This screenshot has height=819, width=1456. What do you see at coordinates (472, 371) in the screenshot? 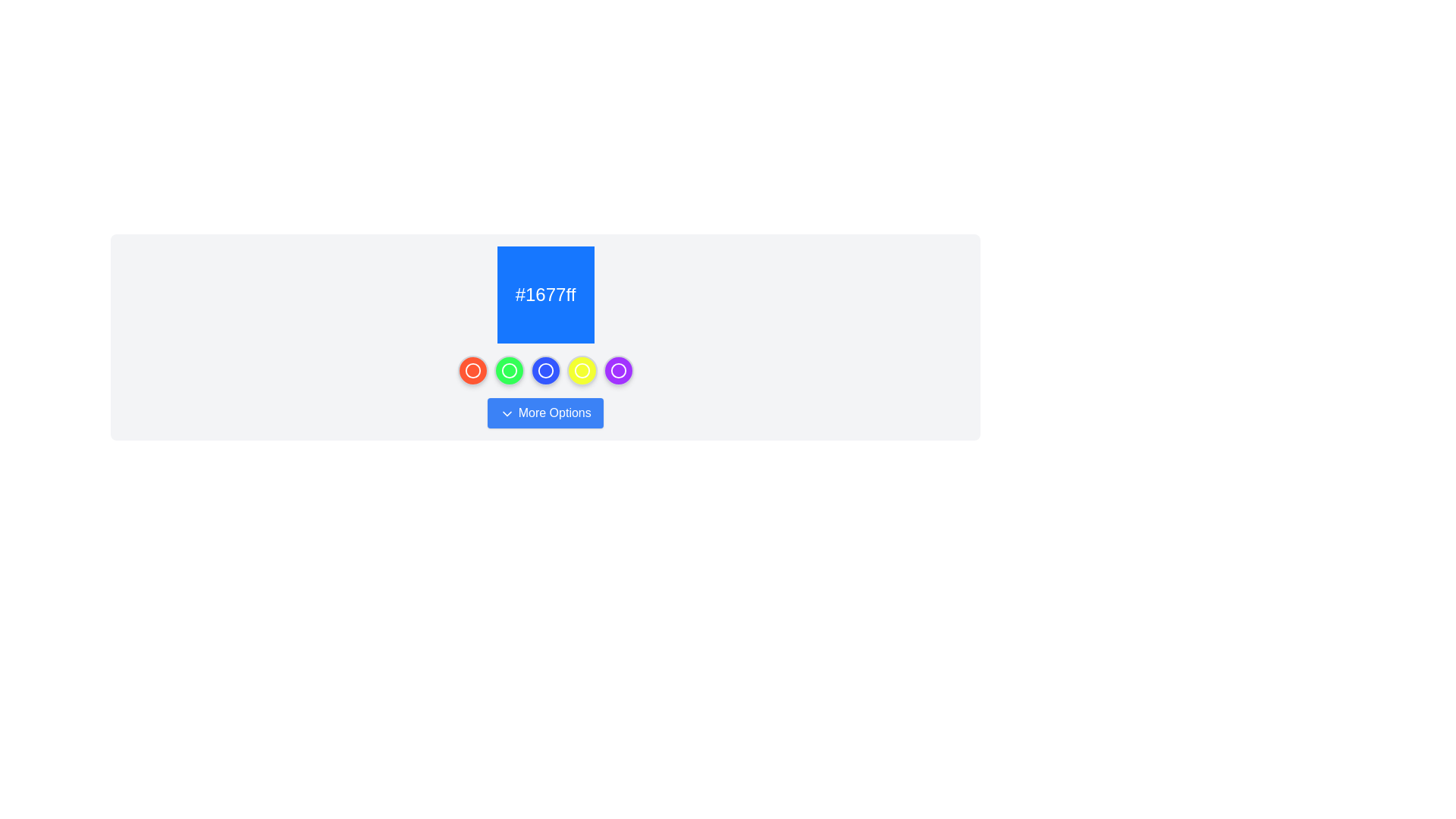
I see `the first circular button from the left, which has a bright orange background and a white target-like icon at its center` at bounding box center [472, 371].